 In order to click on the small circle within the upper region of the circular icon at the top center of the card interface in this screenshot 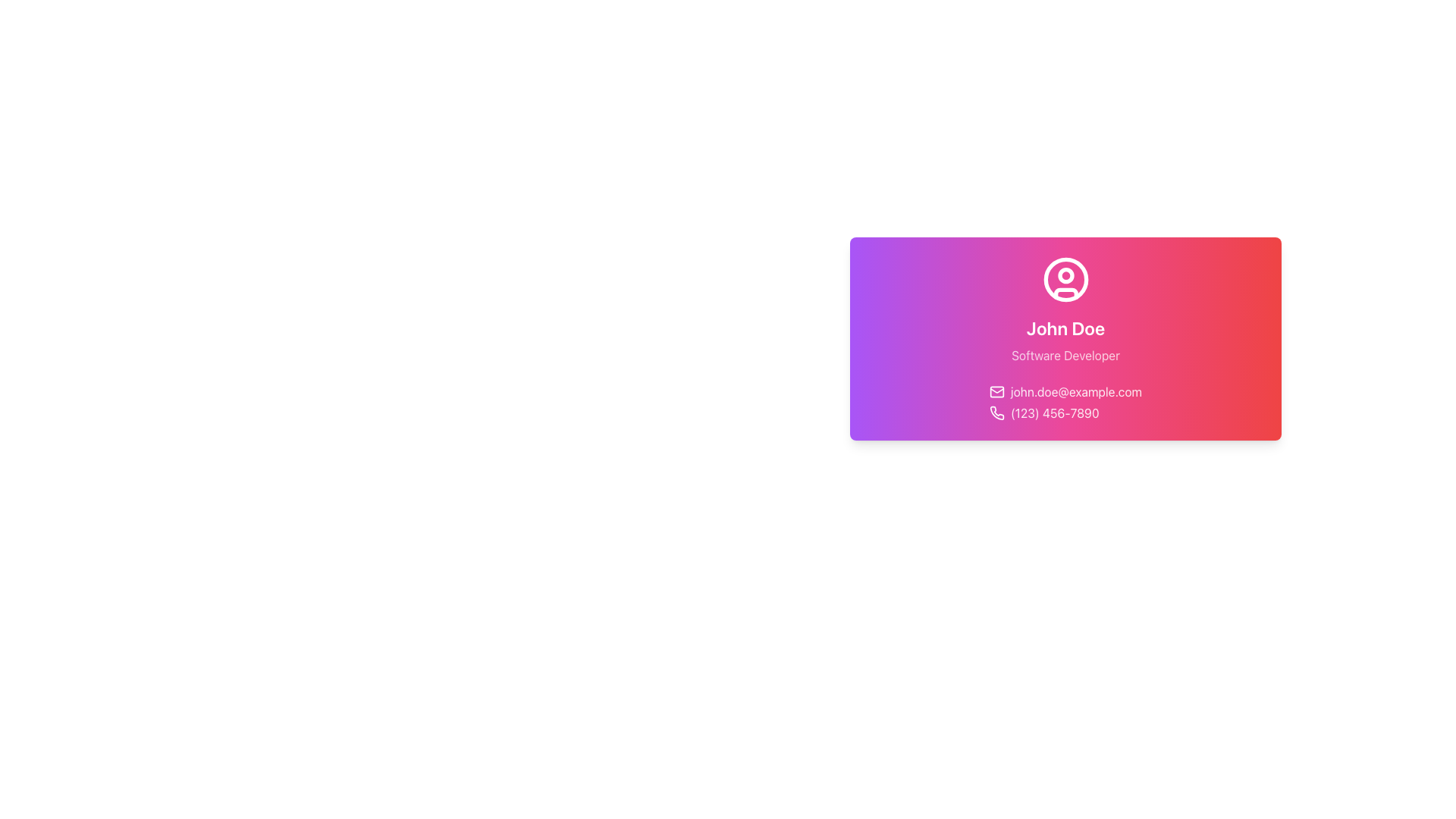, I will do `click(1065, 275)`.